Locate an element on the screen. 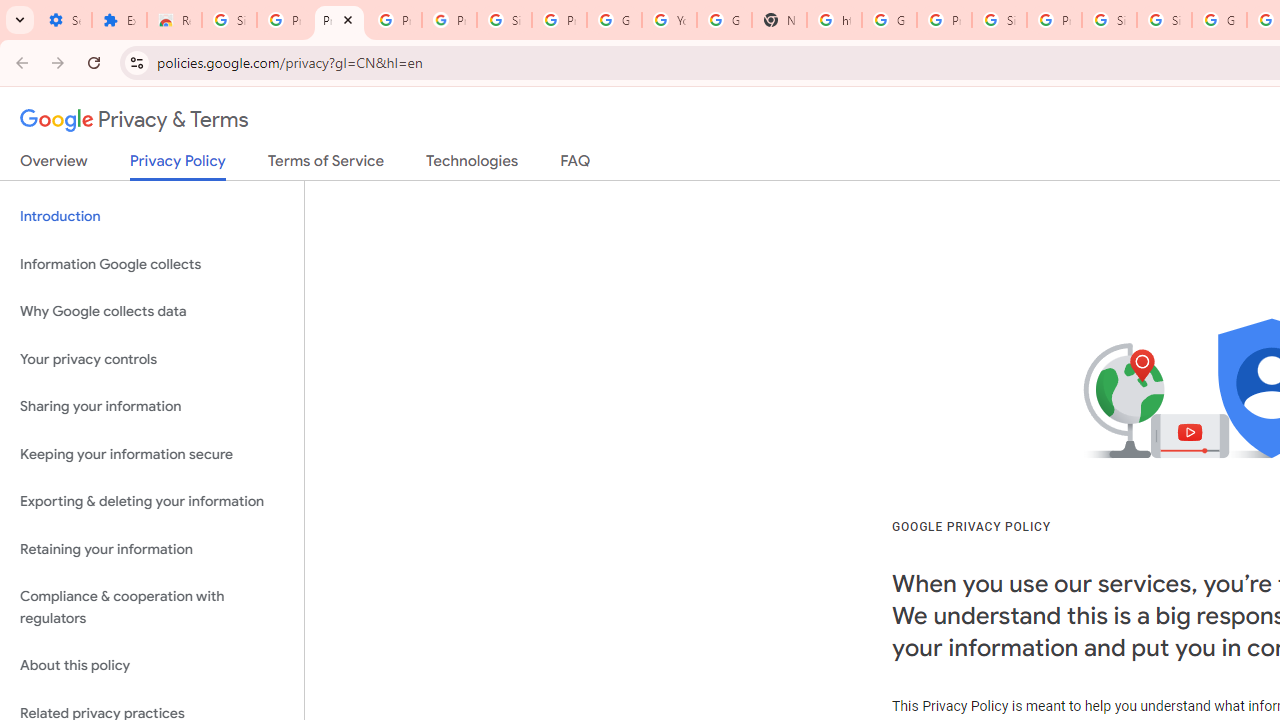 The height and width of the screenshot is (720, 1280). 'Sharing your information' is located at coordinates (151, 406).